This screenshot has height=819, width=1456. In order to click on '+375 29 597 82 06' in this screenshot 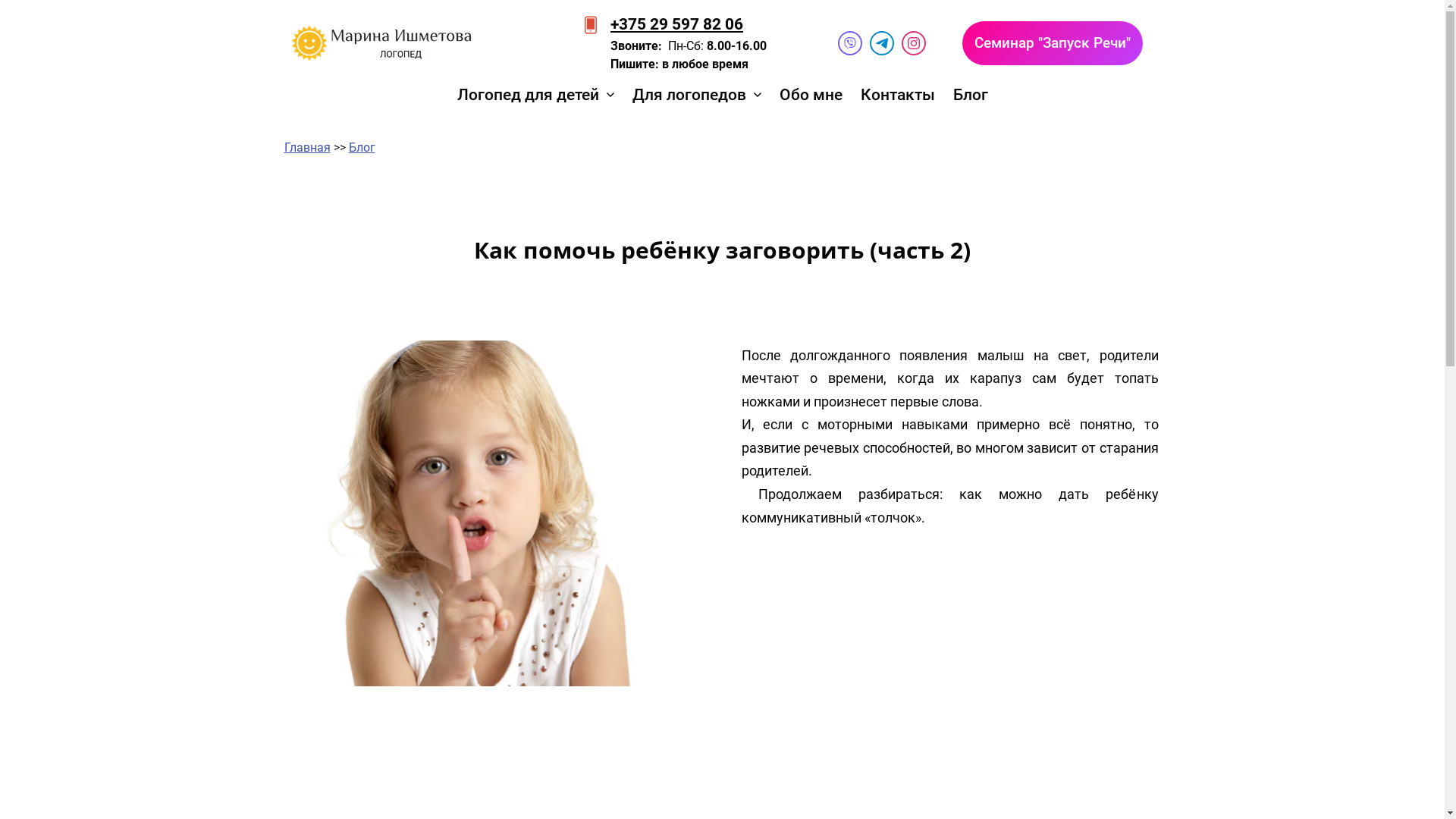, I will do `click(676, 24)`.